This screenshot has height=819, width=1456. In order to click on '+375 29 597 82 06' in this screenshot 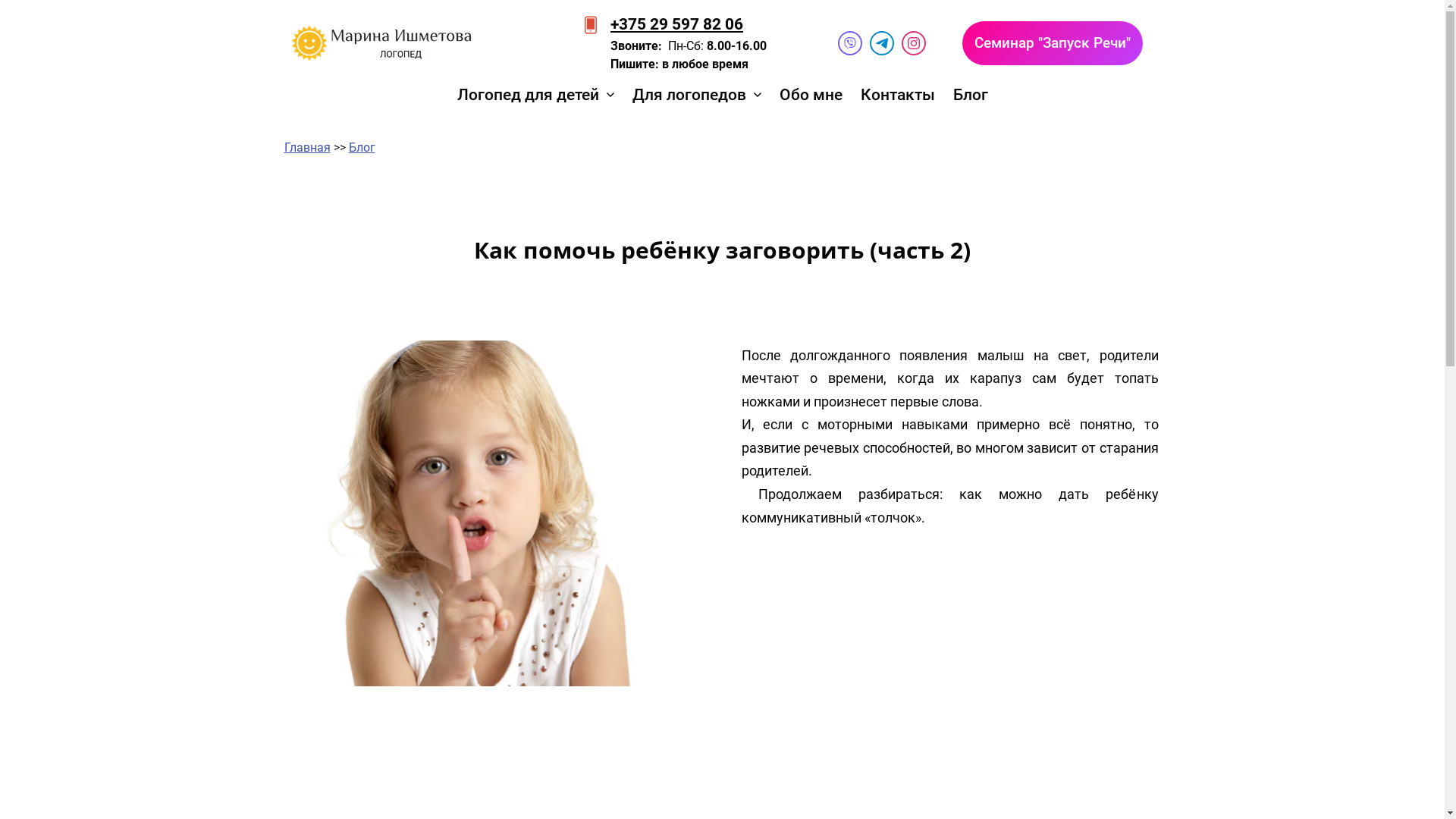, I will do `click(676, 24)`.